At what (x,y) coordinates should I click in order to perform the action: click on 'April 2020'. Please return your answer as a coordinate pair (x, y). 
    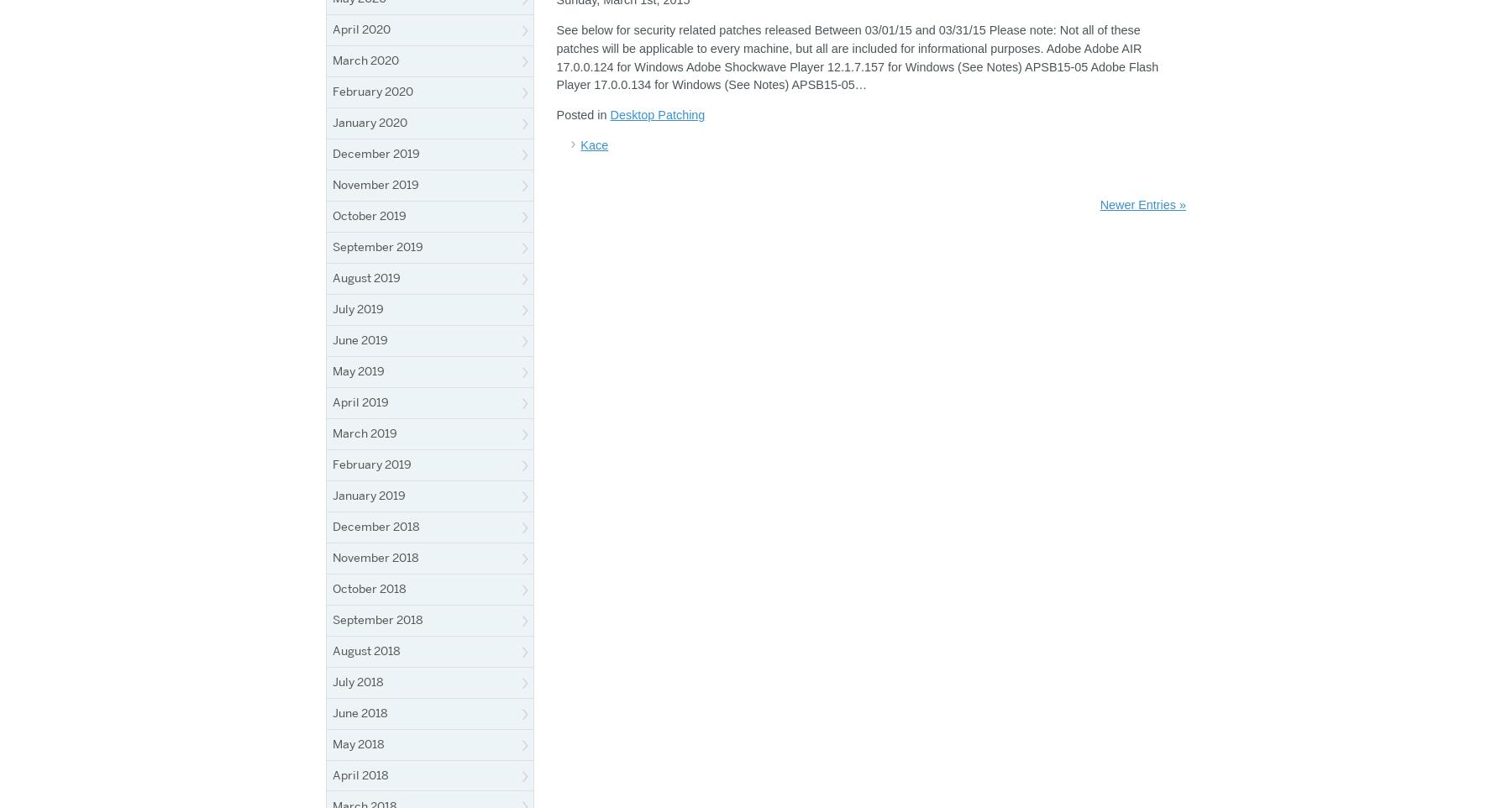
    Looking at the image, I should click on (333, 29).